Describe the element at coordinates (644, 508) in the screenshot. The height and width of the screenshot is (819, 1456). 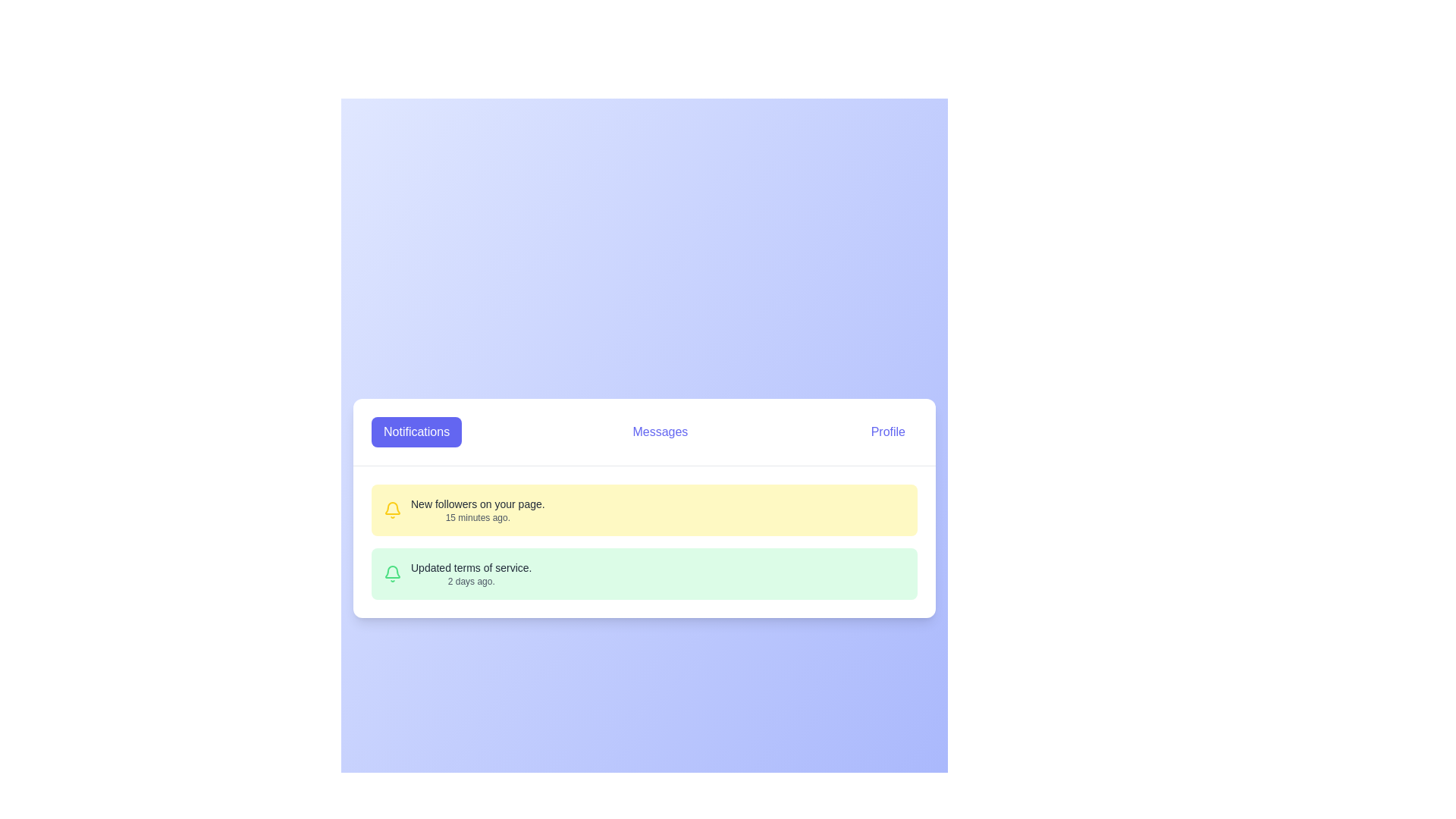
I see `the first notification item indicating a new follower, which is located below the 'Notifications' button and above another notification entry` at that location.